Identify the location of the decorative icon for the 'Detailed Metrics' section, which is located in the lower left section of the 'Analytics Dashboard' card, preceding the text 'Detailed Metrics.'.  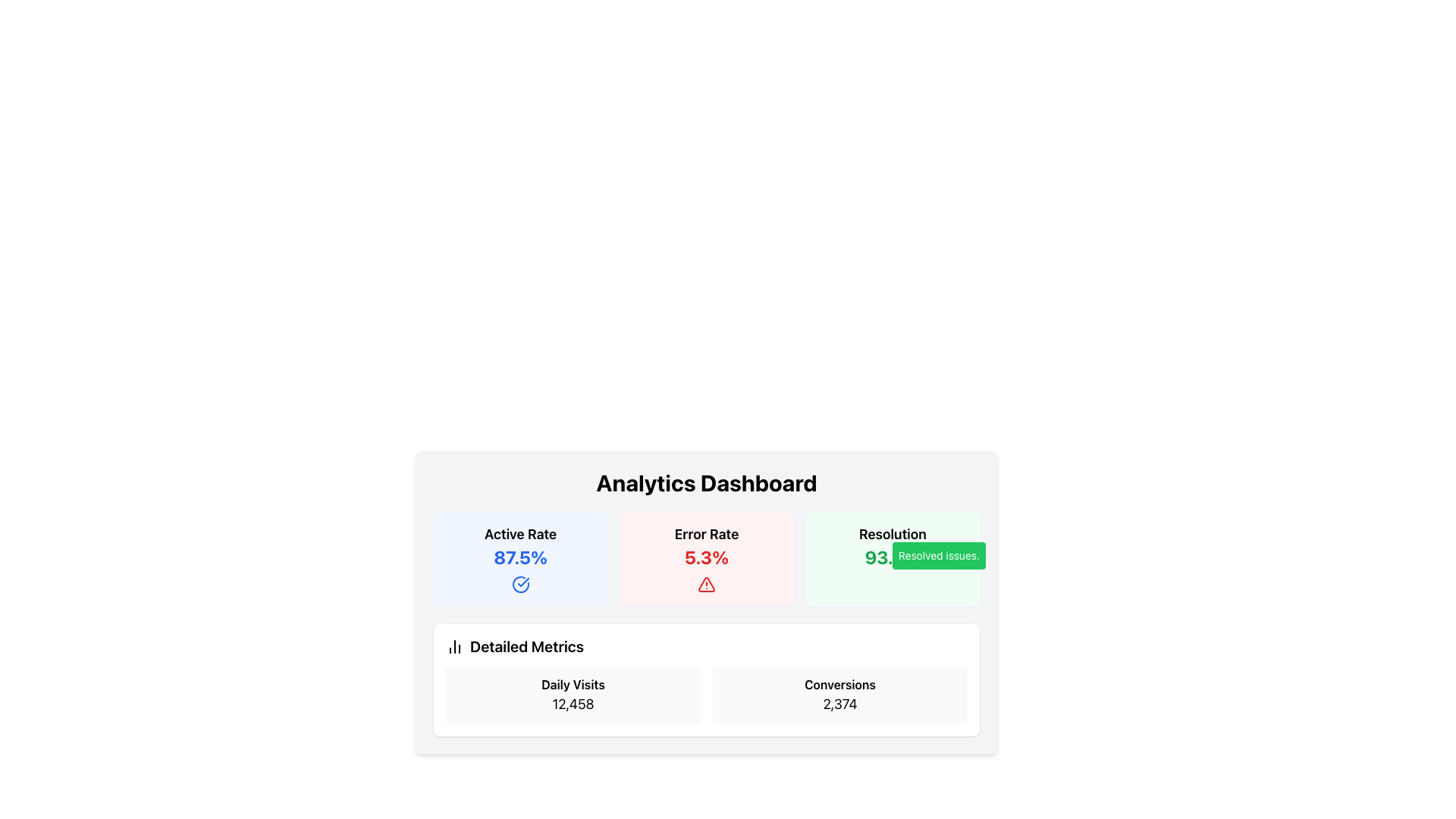
(454, 646).